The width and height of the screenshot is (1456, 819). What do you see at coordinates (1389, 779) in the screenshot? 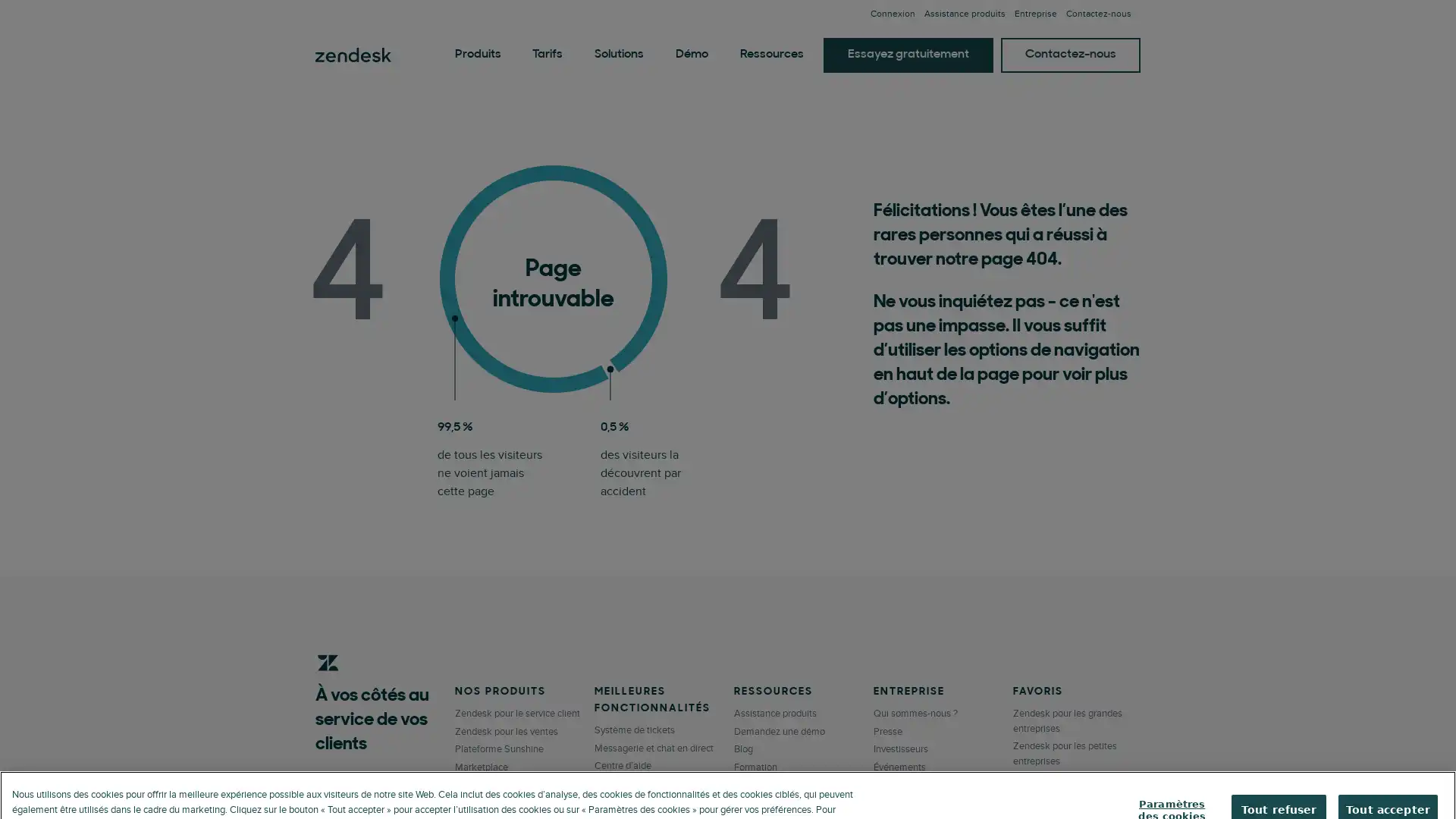
I see `Tout accepter` at bounding box center [1389, 779].